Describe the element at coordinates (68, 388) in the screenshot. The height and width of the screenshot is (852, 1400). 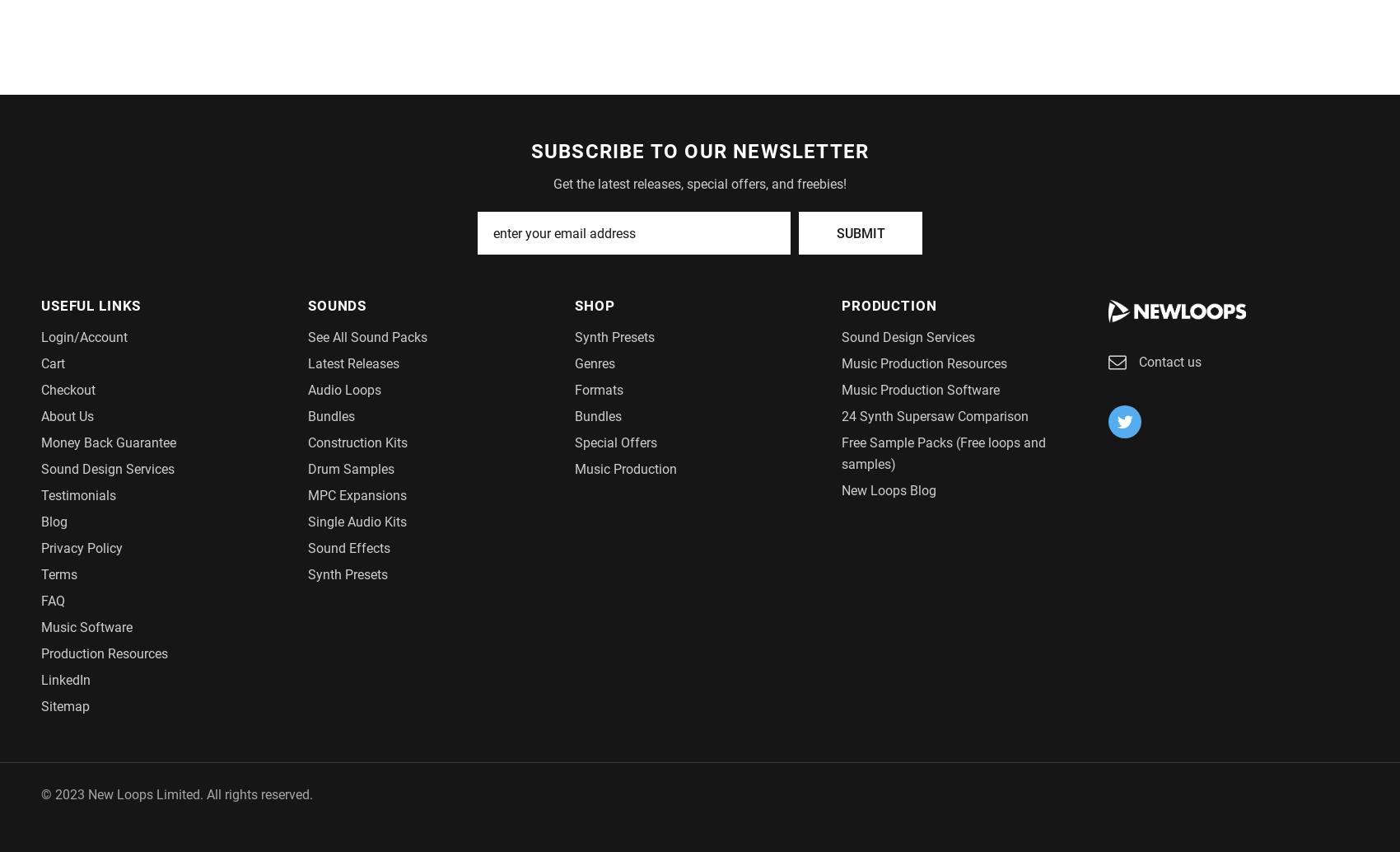
I see `'Checkout'` at that location.